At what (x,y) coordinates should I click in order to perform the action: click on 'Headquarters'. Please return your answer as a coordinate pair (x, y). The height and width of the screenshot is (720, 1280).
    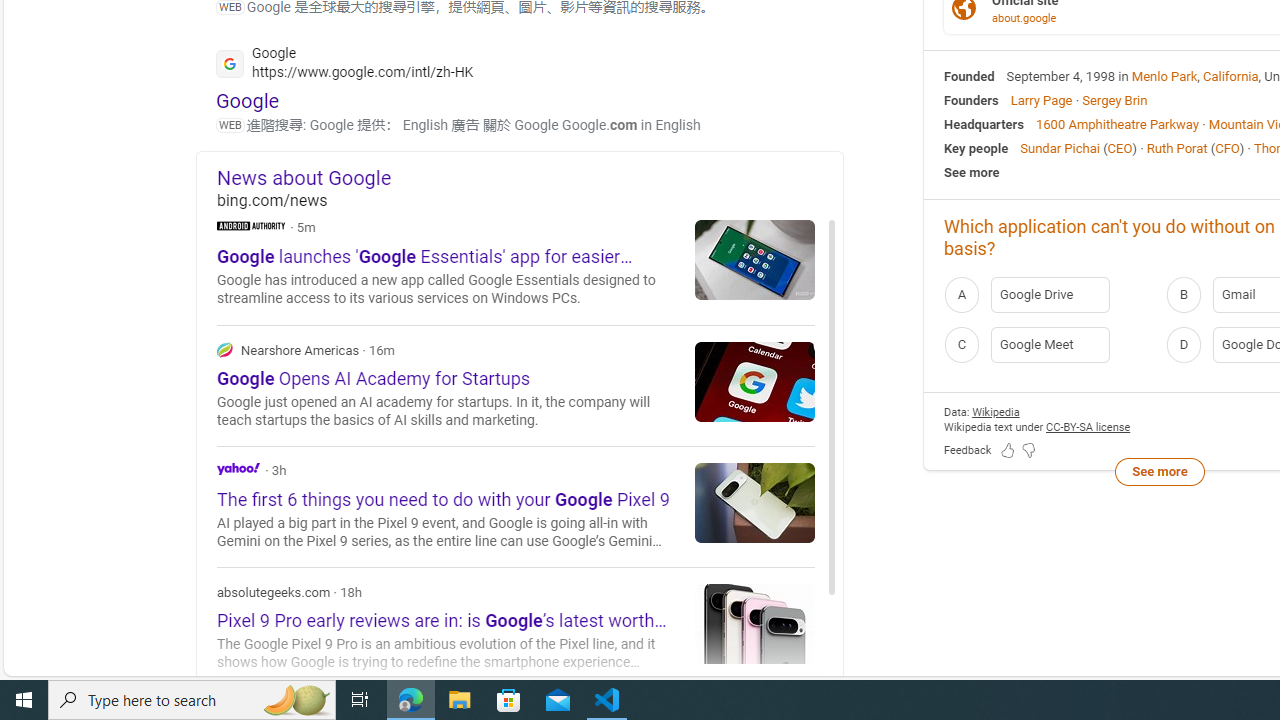
    Looking at the image, I should click on (984, 123).